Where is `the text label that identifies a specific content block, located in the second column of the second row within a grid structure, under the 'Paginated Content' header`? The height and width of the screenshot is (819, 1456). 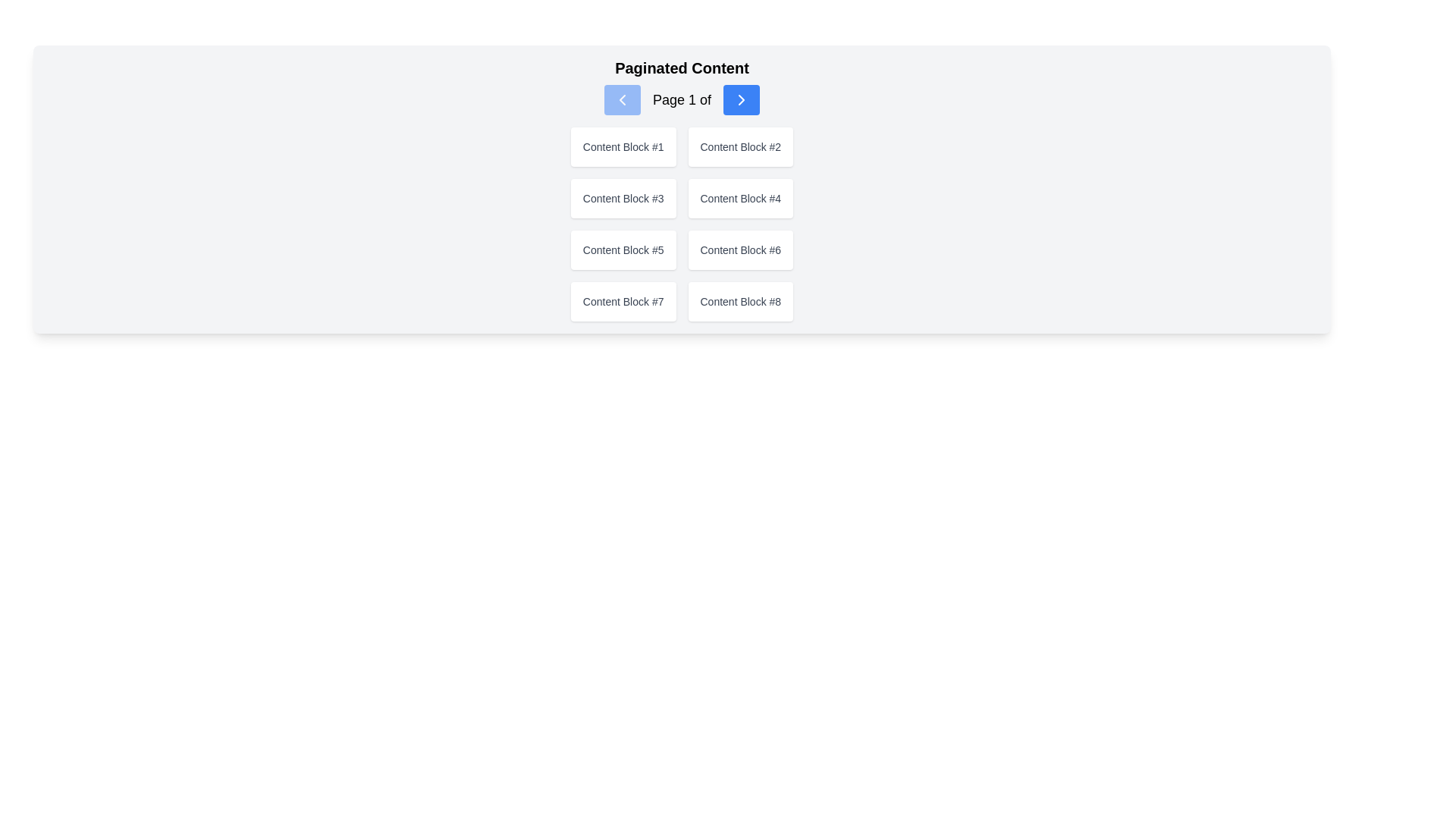 the text label that identifies a specific content block, located in the second column of the second row within a grid structure, under the 'Paginated Content' header is located at coordinates (740, 198).